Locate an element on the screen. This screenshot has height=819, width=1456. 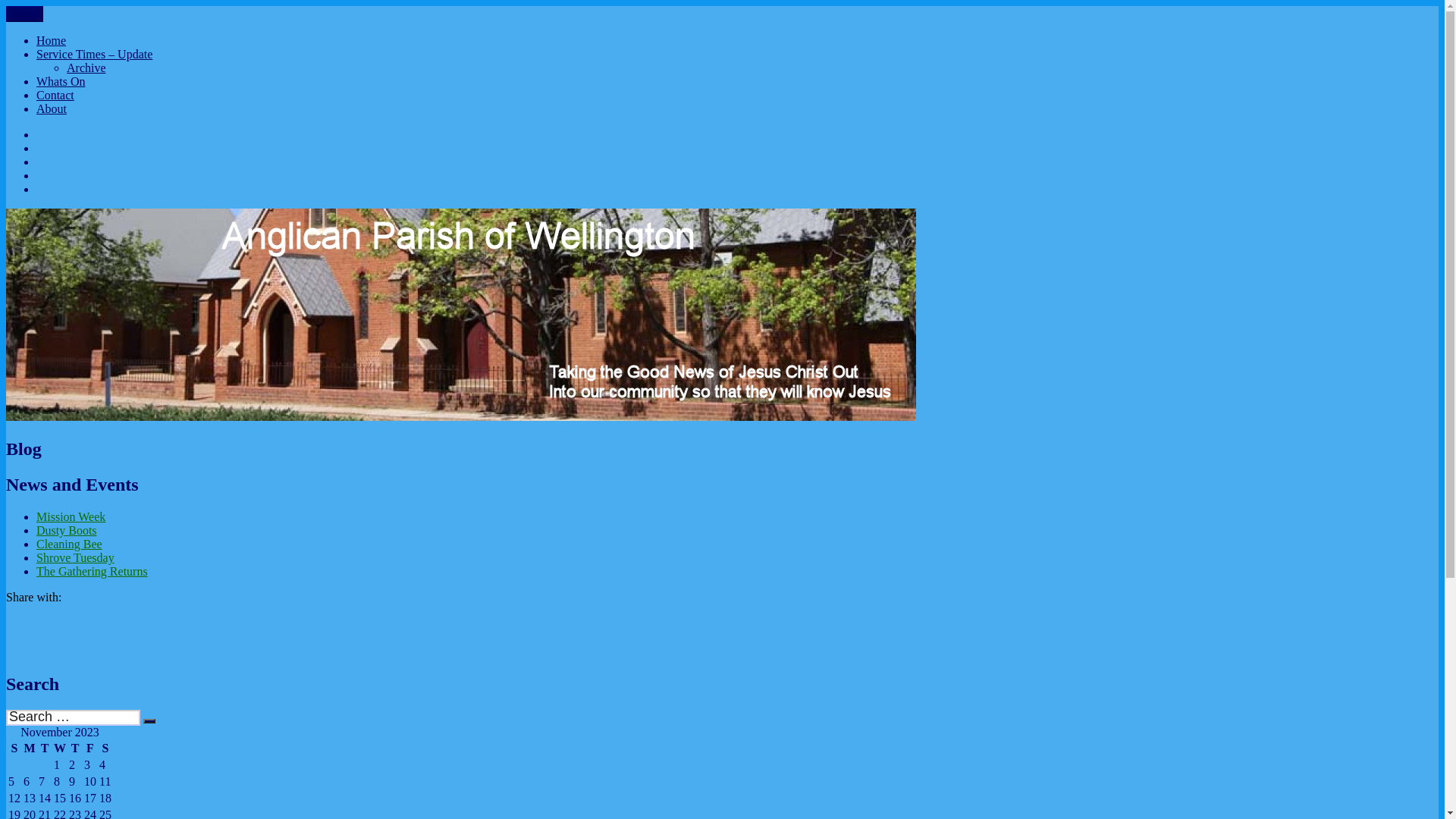
'Mission Week' is located at coordinates (36, 516).